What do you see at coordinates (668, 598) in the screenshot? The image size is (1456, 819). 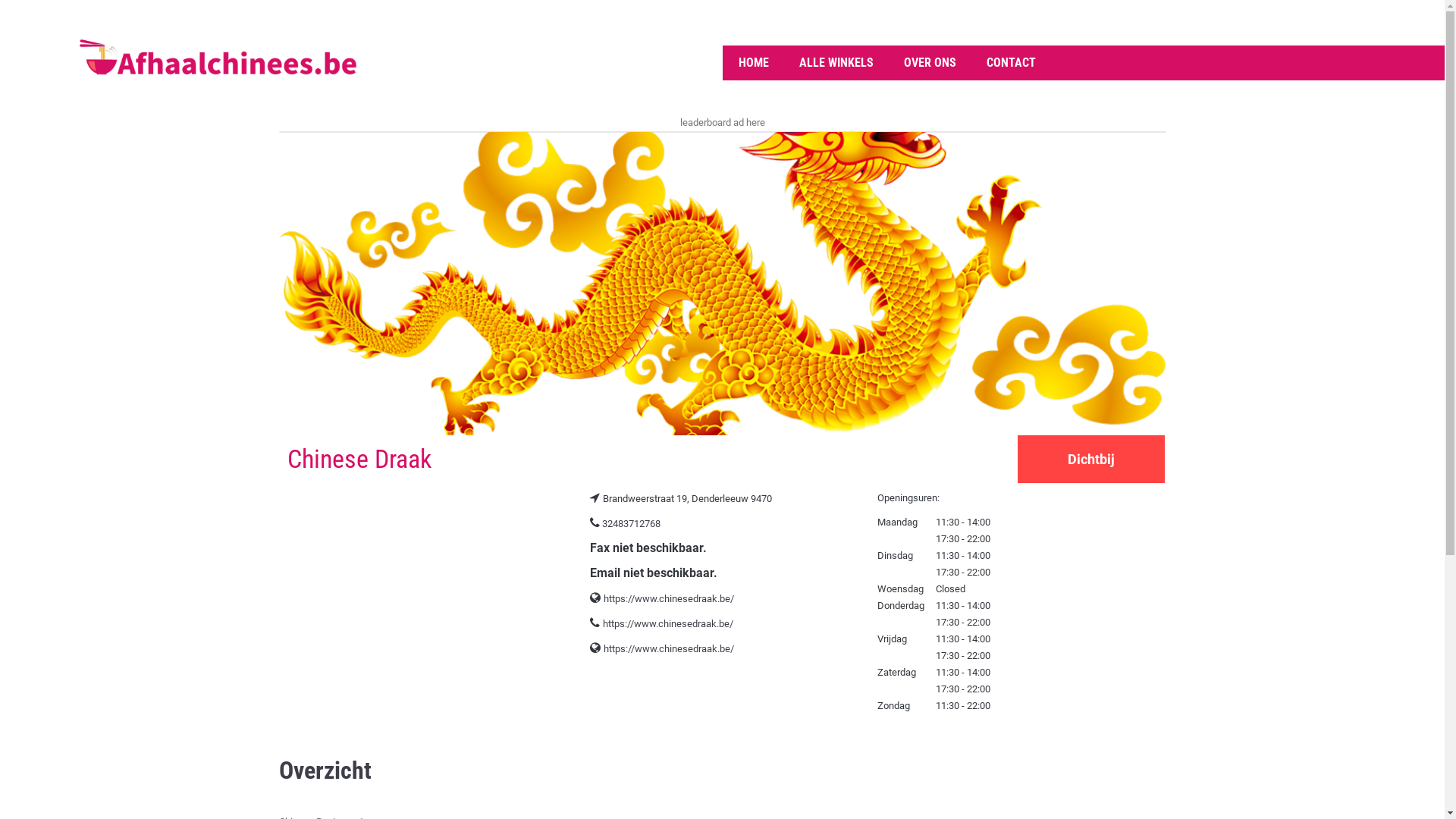 I see `'https://www.chinesedraak.be/'` at bounding box center [668, 598].